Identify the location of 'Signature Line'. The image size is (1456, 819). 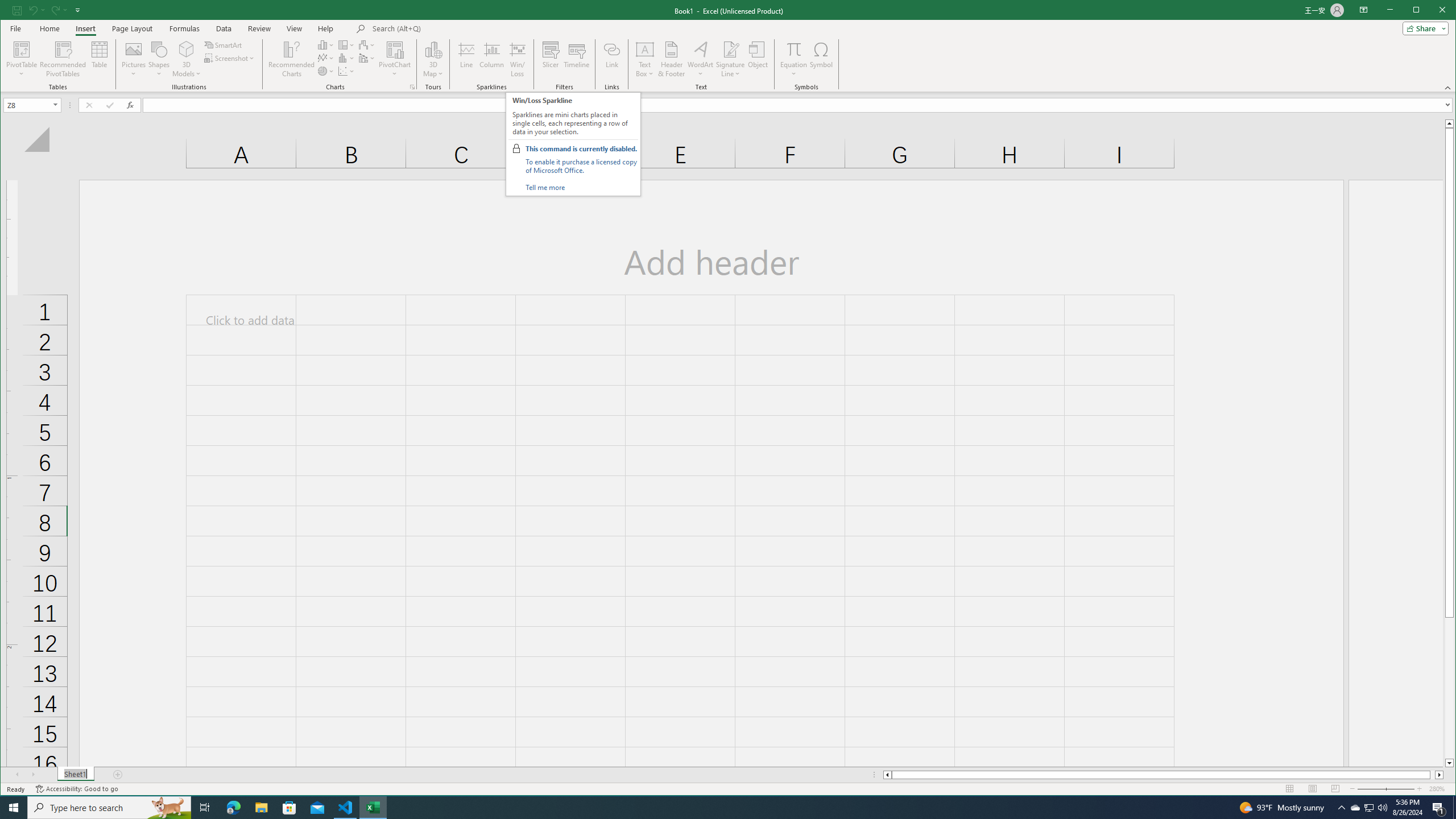
(730, 59).